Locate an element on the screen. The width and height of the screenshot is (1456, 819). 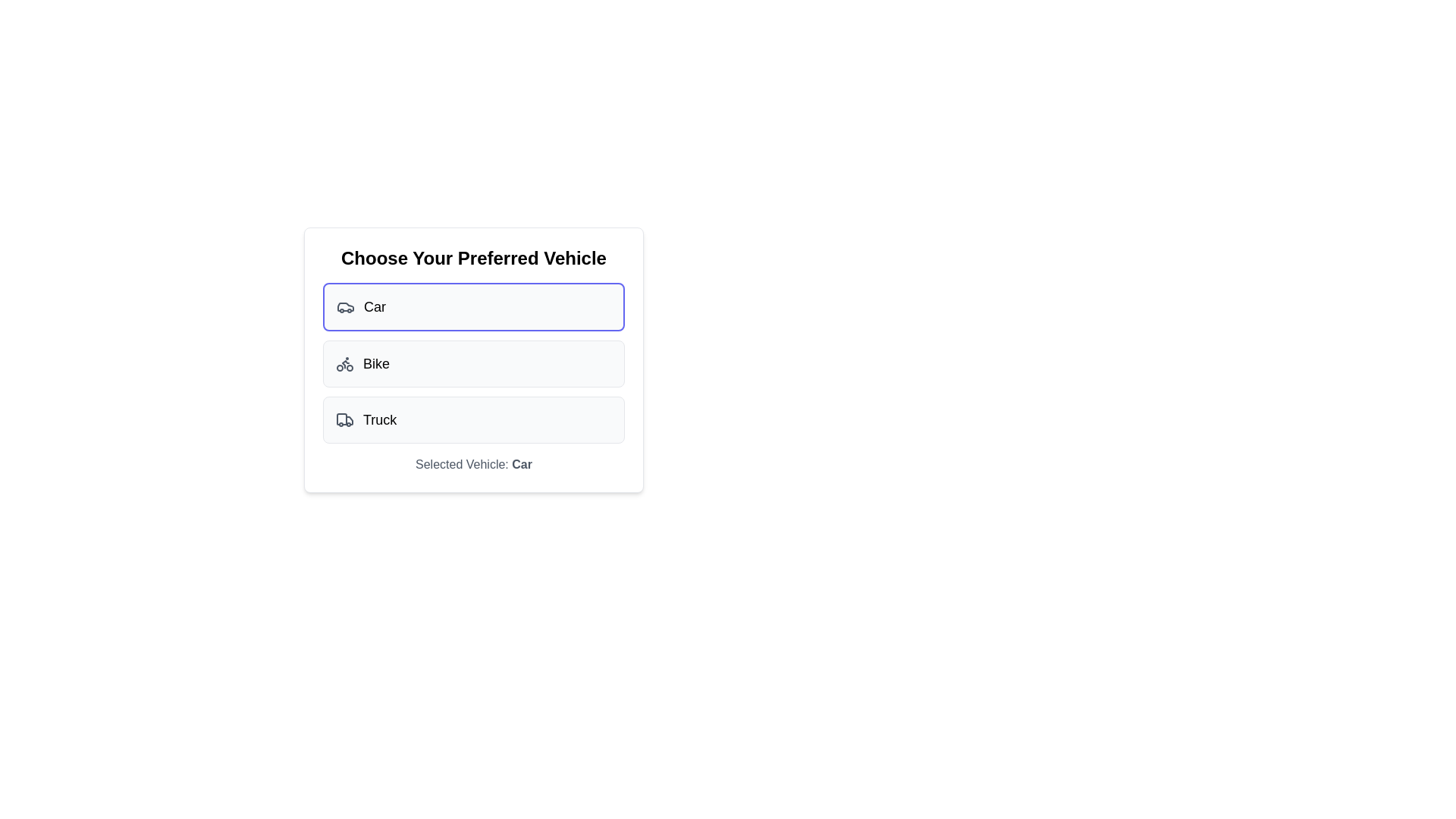
on the first selectable option in the list, which represents the choice 'Car' is located at coordinates (472, 307).